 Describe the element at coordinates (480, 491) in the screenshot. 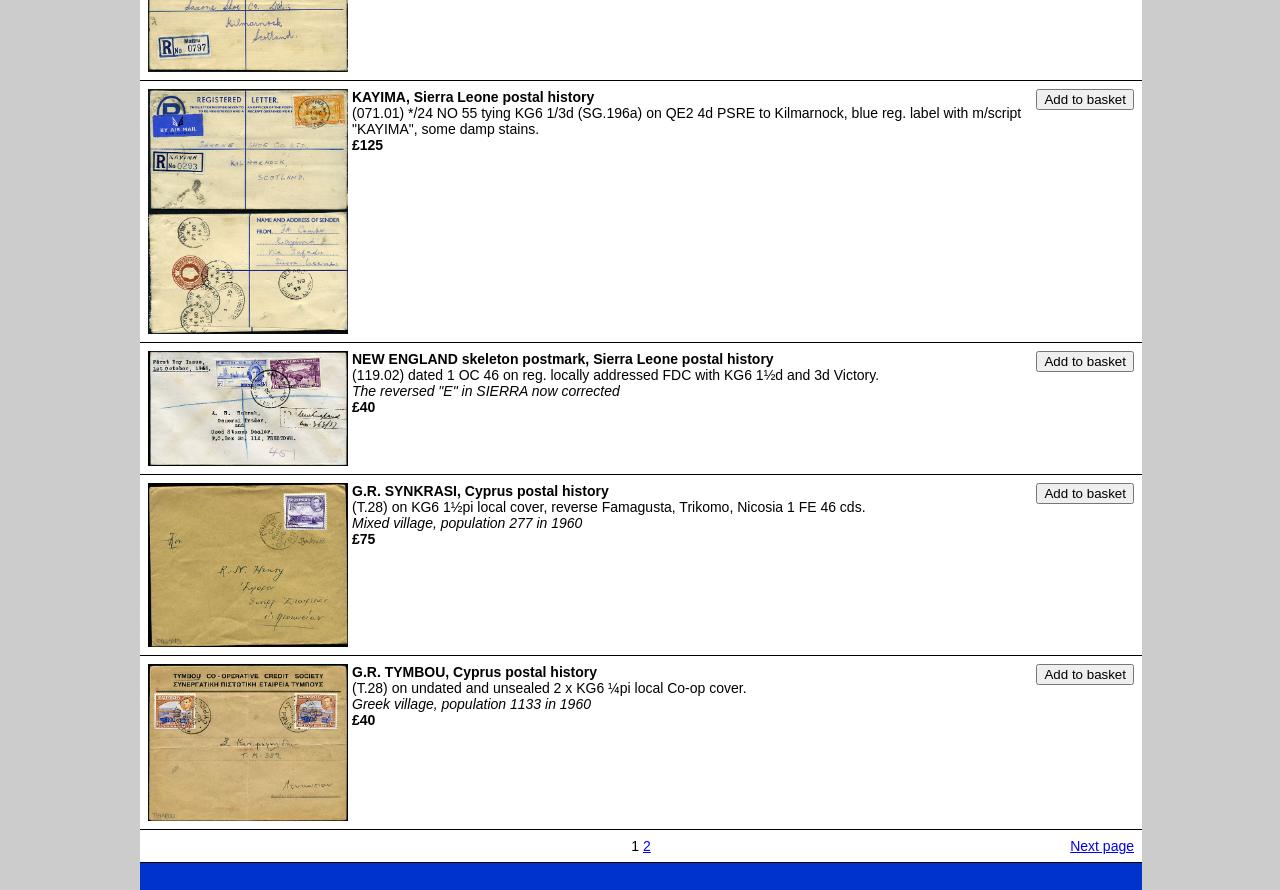

I see `'G.R. SYNKRASI, Cyprus postal history'` at that location.